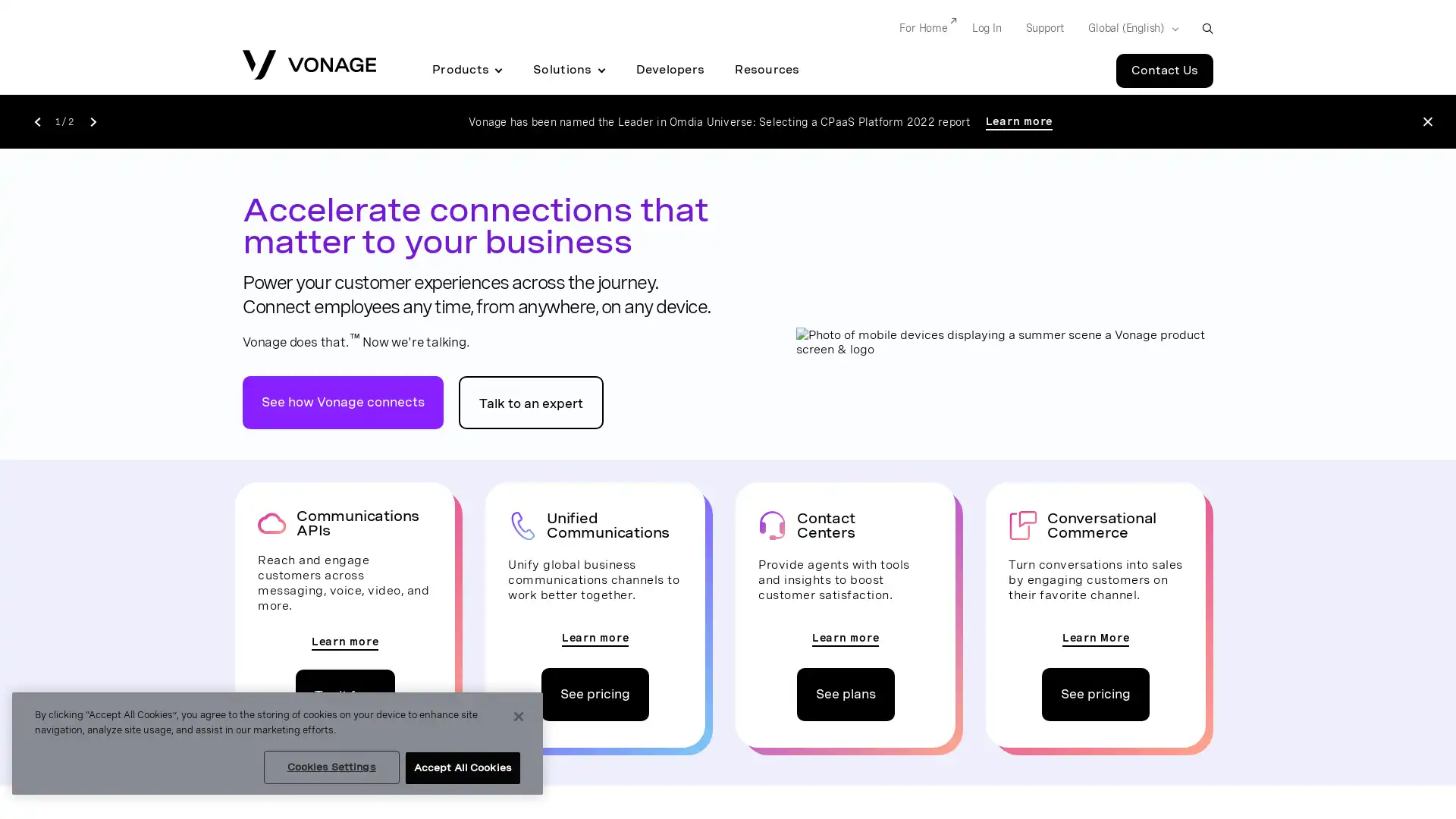 This screenshot has height=819, width=1456. What do you see at coordinates (461, 768) in the screenshot?
I see `Accept All Cookies` at bounding box center [461, 768].